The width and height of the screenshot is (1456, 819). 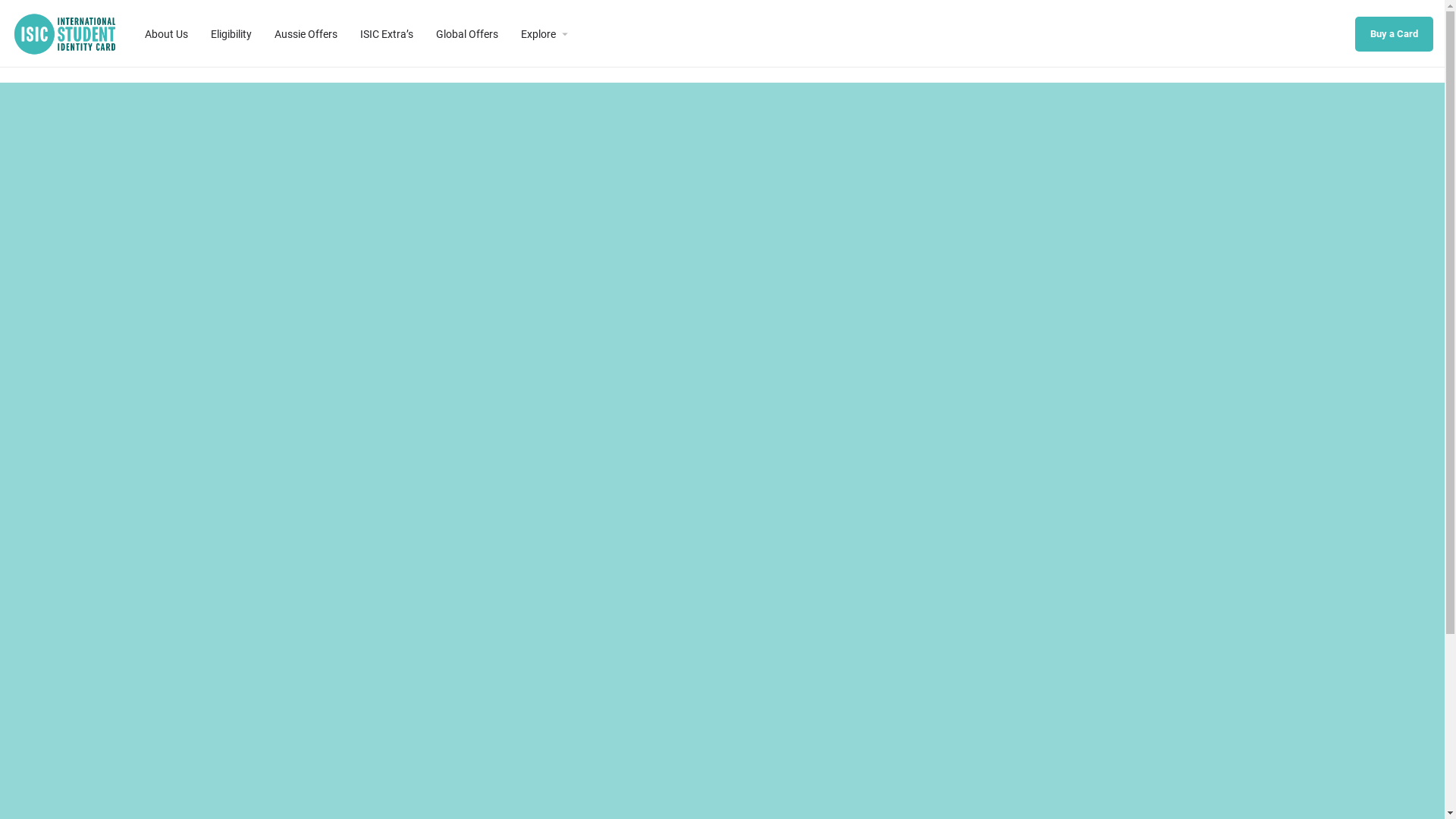 What do you see at coordinates (1354, 34) in the screenshot?
I see `'Buy a Card'` at bounding box center [1354, 34].